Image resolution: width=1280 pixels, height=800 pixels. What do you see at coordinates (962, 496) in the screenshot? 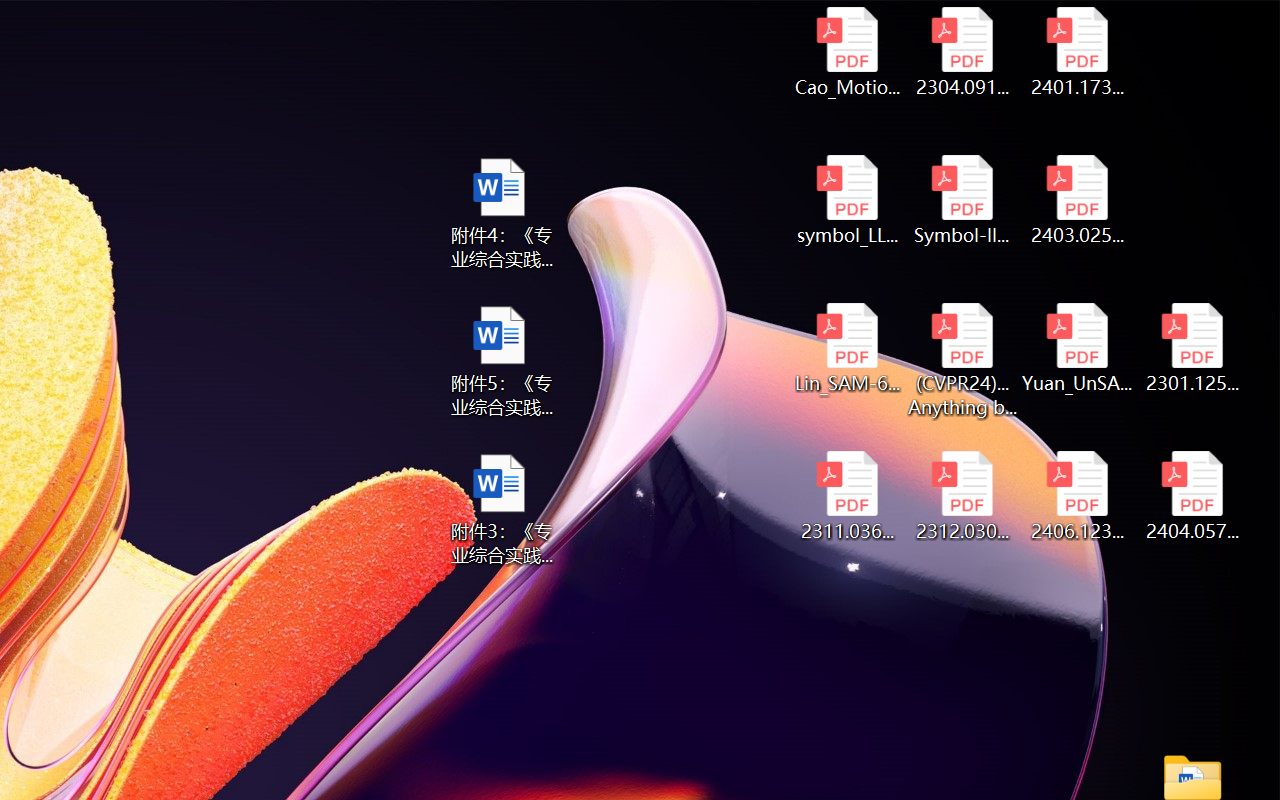
I see `'2312.03032v2.pdf'` at bounding box center [962, 496].